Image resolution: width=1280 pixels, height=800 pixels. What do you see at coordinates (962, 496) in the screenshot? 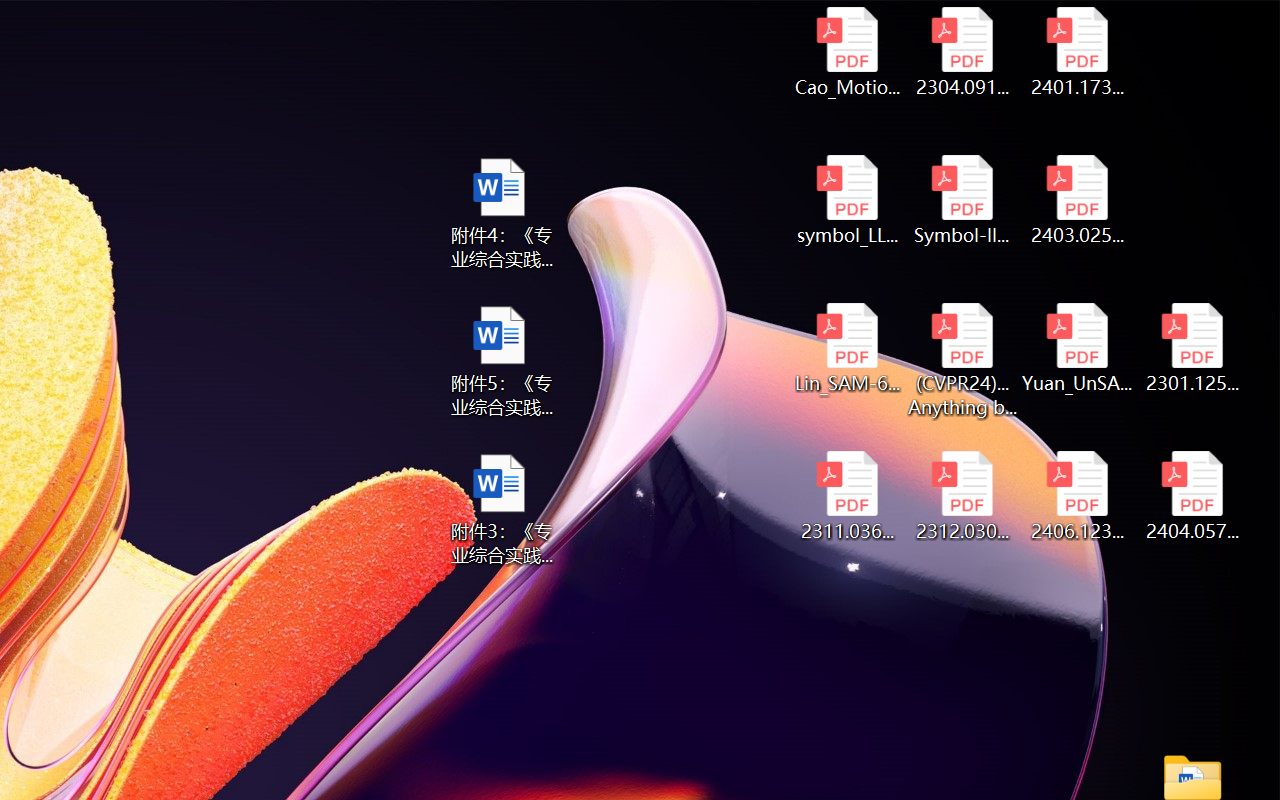
I see `'2312.03032v2.pdf'` at bounding box center [962, 496].